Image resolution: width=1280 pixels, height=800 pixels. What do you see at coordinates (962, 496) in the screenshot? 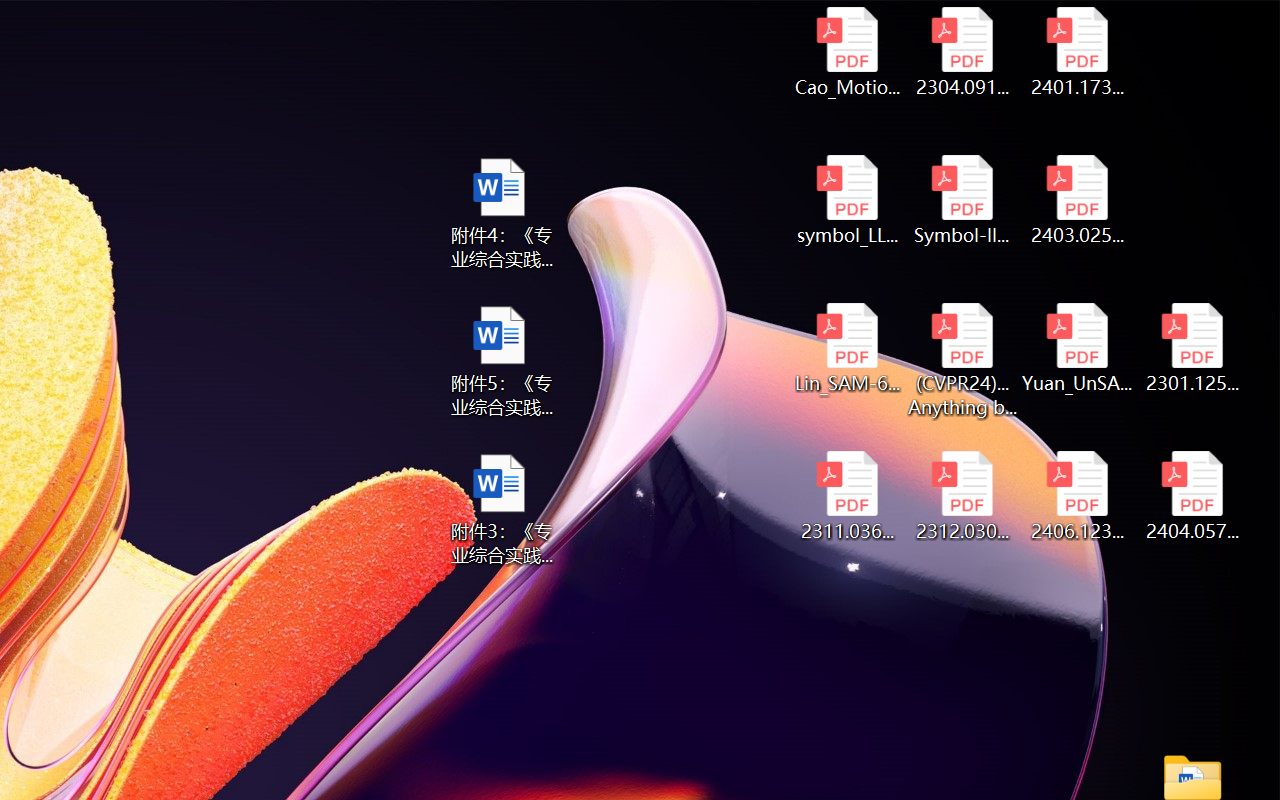
I see `'2312.03032v2.pdf'` at bounding box center [962, 496].